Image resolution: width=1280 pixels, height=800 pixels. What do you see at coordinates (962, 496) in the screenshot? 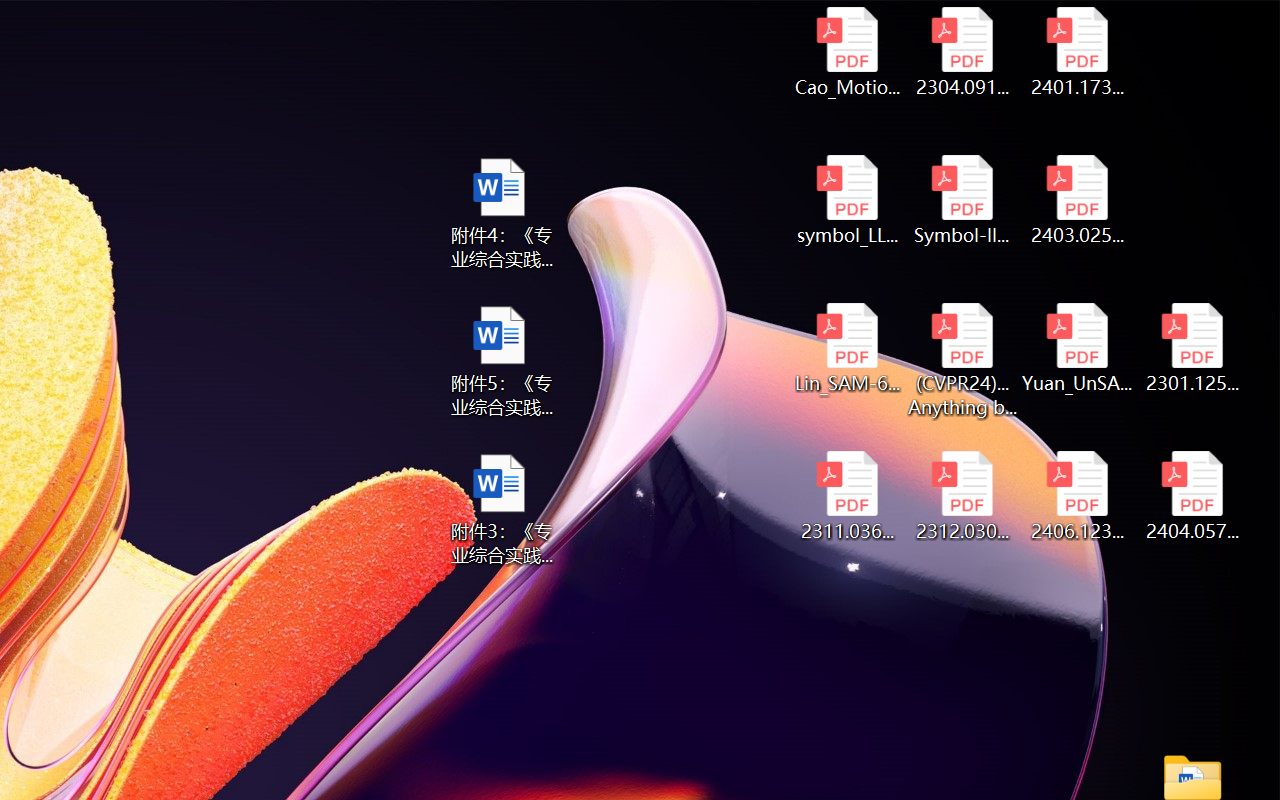
I see `'2312.03032v2.pdf'` at bounding box center [962, 496].